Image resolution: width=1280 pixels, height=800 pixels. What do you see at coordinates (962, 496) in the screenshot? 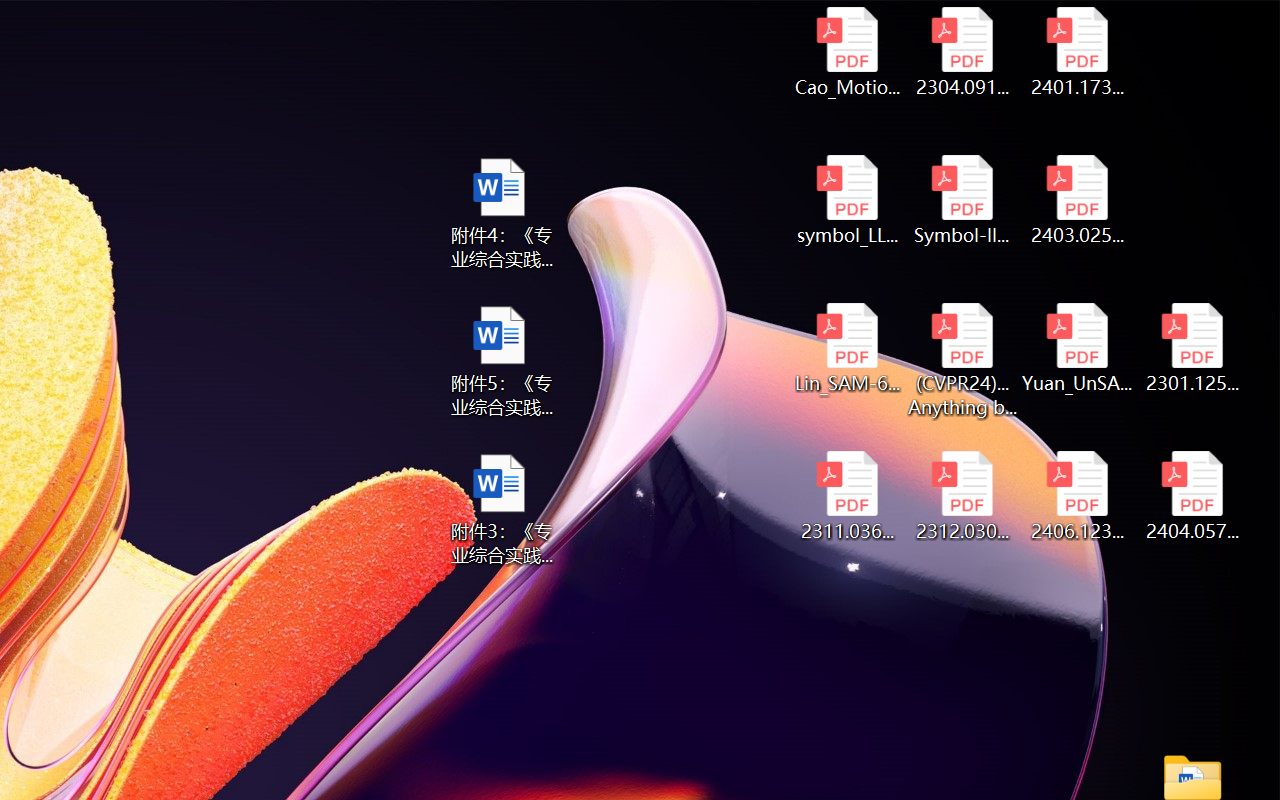
I see `'2312.03032v2.pdf'` at bounding box center [962, 496].